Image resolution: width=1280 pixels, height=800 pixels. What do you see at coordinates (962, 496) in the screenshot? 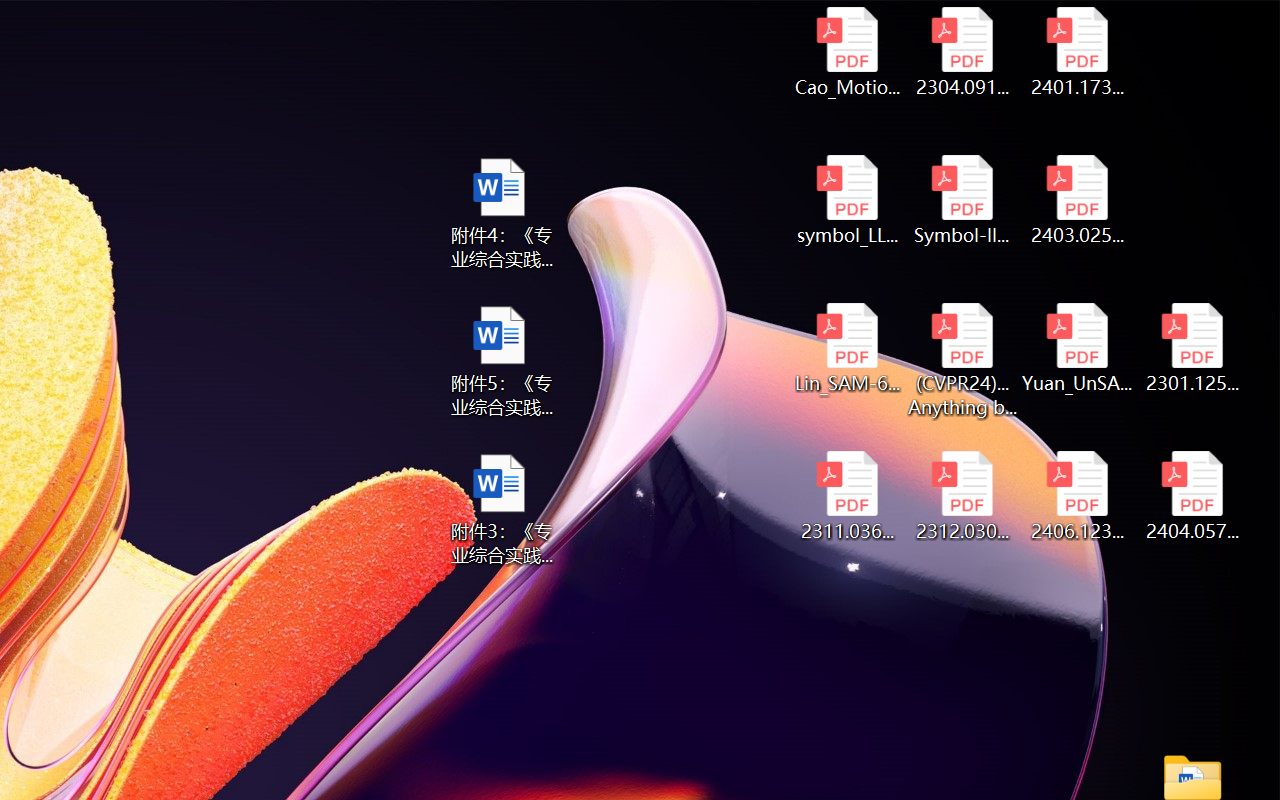
I see `'2312.03032v2.pdf'` at bounding box center [962, 496].